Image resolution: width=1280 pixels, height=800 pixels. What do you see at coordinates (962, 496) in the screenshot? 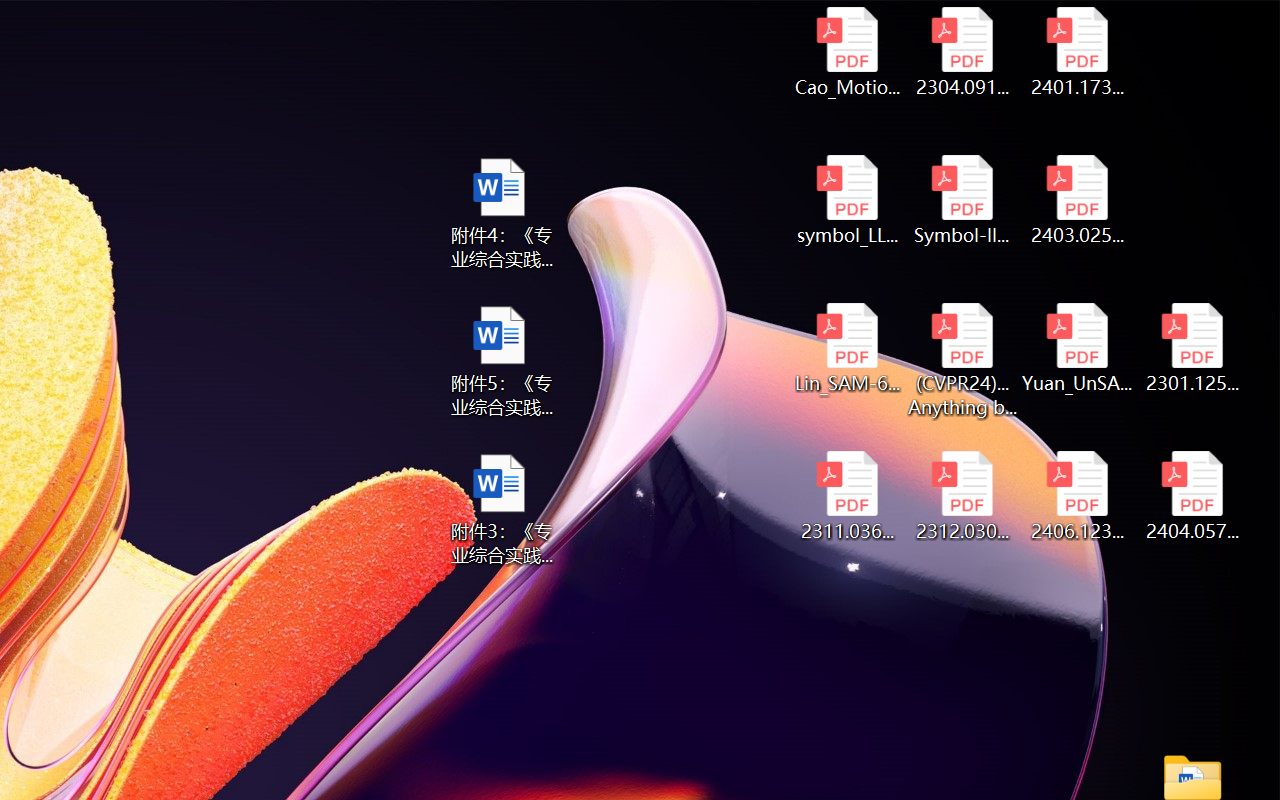
I see `'2312.03032v2.pdf'` at bounding box center [962, 496].